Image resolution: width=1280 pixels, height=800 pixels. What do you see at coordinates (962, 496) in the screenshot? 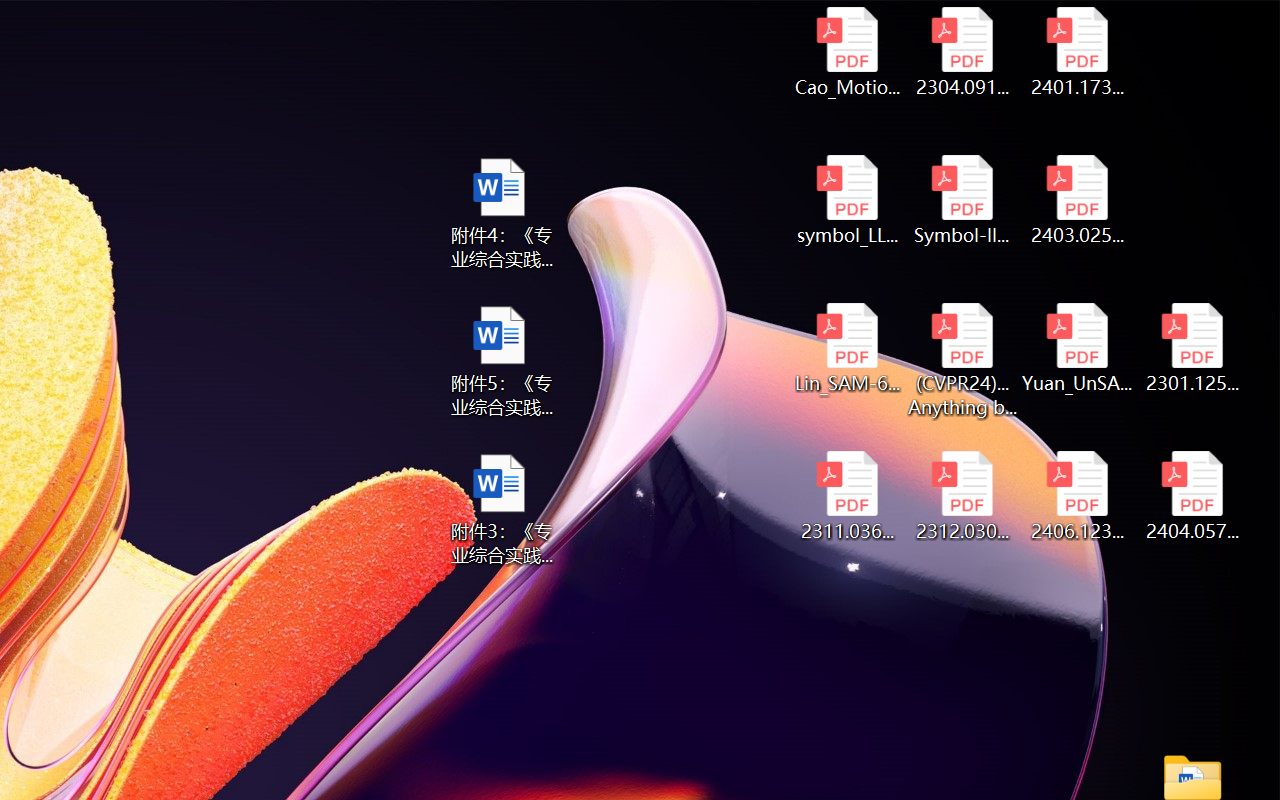
I see `'2312.03032v2.pdf'` at bounding box center [962, 496].